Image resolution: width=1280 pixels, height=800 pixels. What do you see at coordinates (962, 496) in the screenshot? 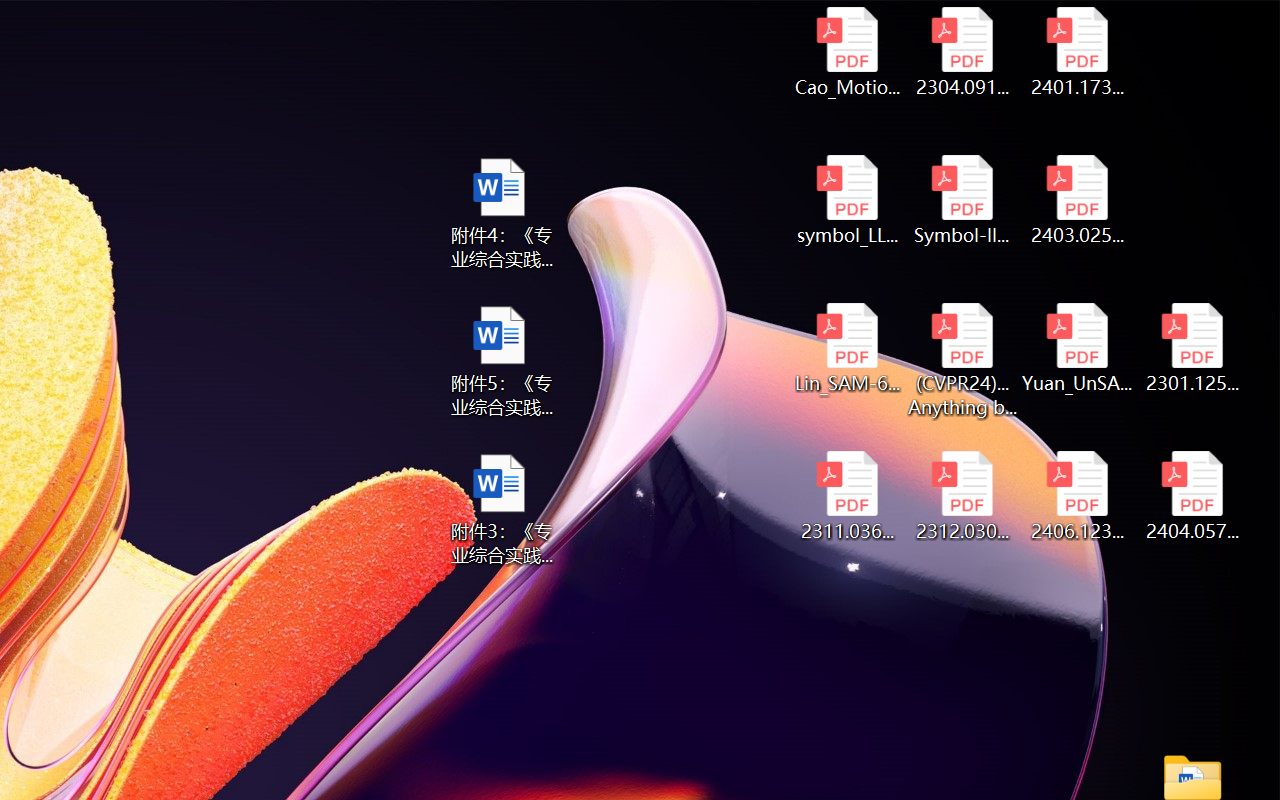
I see `'2312.03032v2.pdf'` at bounding box center [962, 496].